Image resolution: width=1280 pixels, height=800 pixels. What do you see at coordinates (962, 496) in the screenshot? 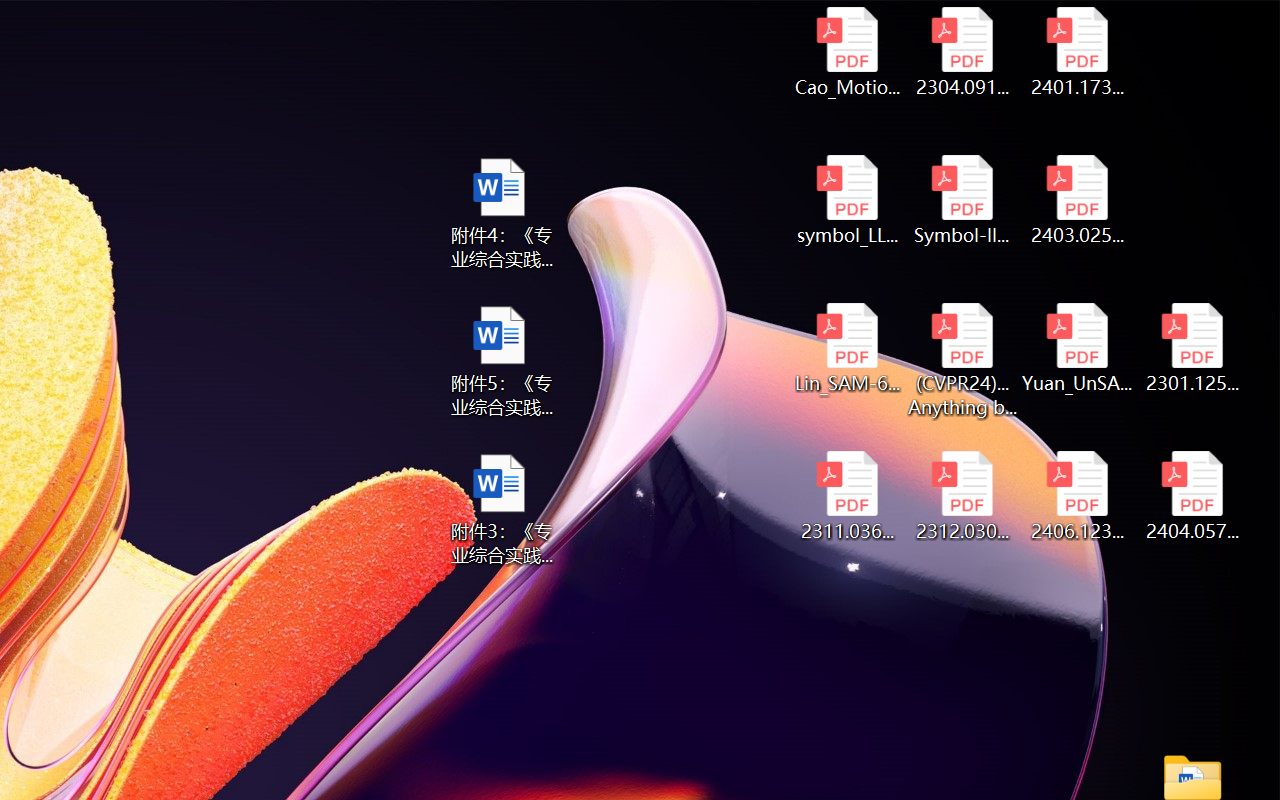
I see `'2312.03032v2.pdf'` at bounding box center [962, 496].